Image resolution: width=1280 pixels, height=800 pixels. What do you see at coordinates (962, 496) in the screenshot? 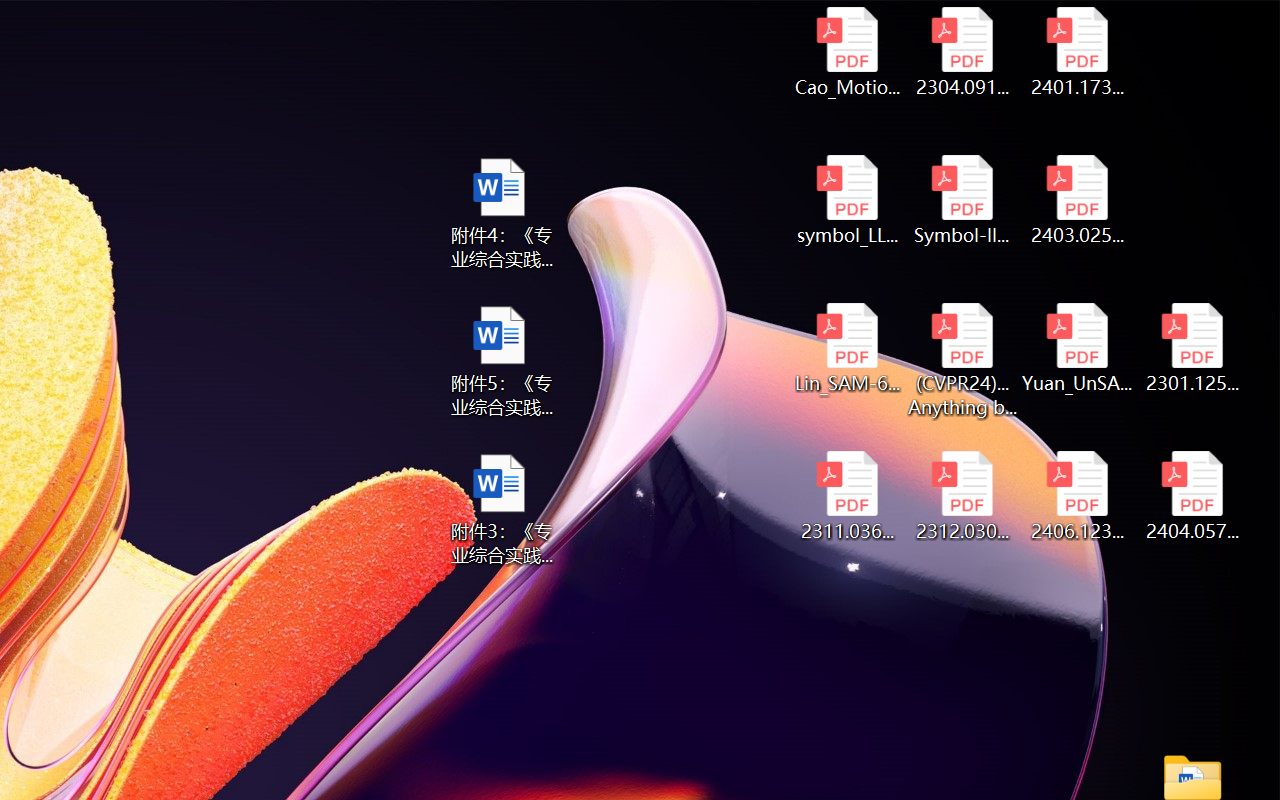
I see `'2312.03032v2.pdf'` at bounding box center [962, 496].